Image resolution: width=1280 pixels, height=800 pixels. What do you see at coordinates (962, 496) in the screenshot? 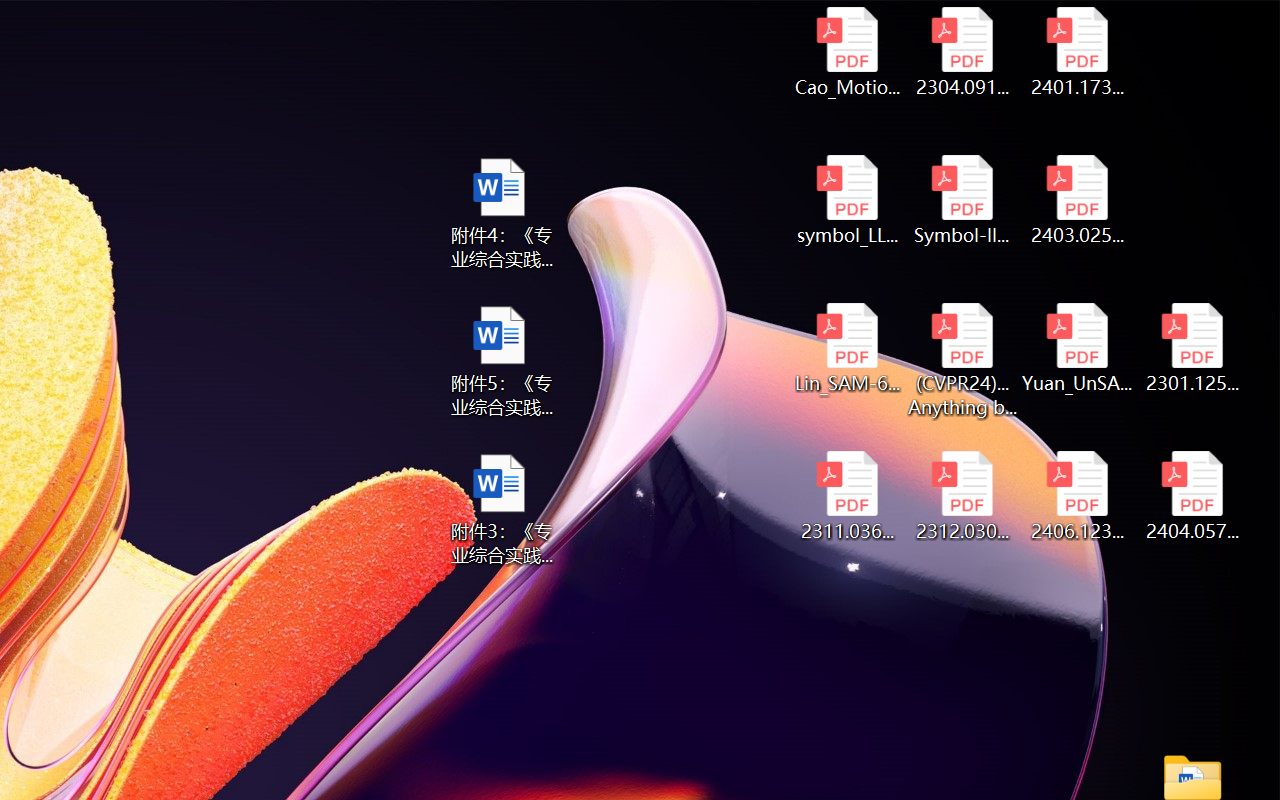
I see `'2312.03032v2.pdf'` at bounding box center [962, 496].